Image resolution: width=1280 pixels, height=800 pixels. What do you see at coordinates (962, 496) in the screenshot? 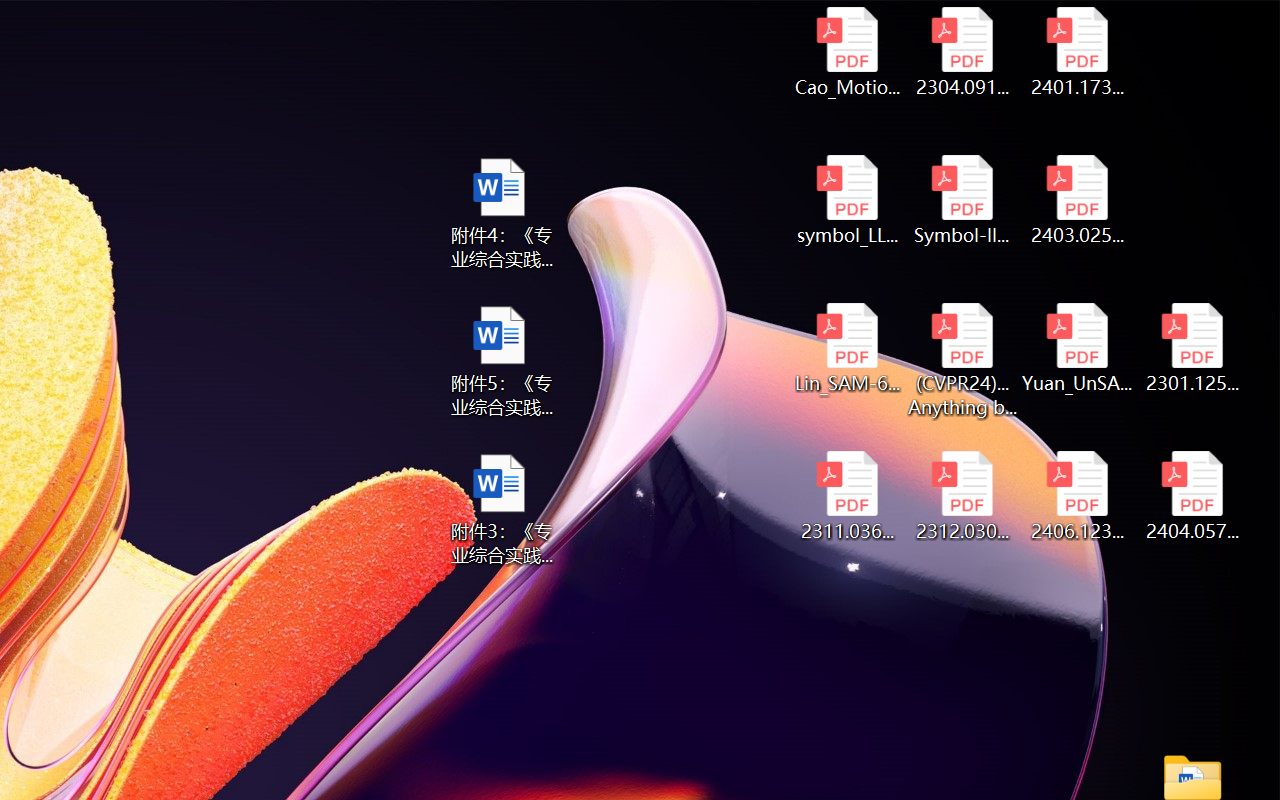
I see `'2312.03032v2.pdf'` at bounding box center [962, 496].